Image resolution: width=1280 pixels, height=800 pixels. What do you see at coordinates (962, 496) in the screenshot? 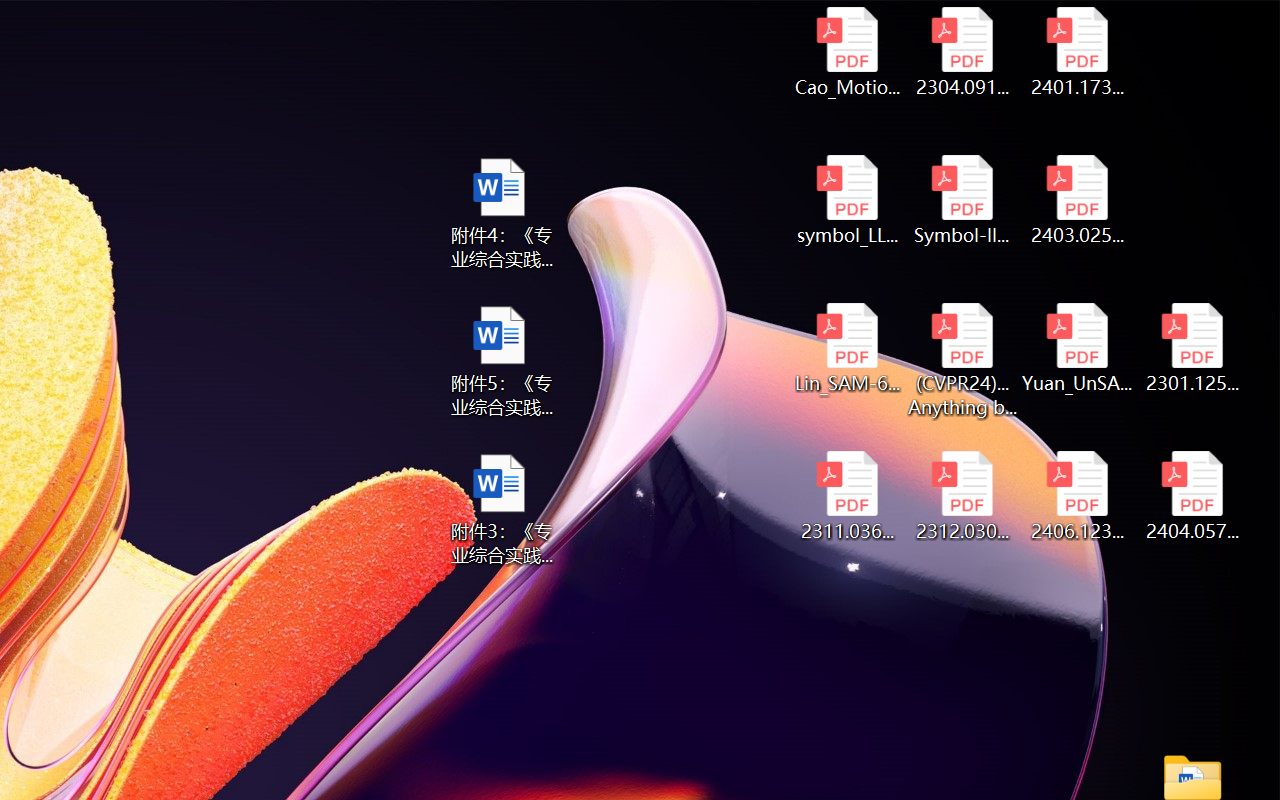
I see `'2312.03032v2.pdf'` at bounding box center [962, 496].